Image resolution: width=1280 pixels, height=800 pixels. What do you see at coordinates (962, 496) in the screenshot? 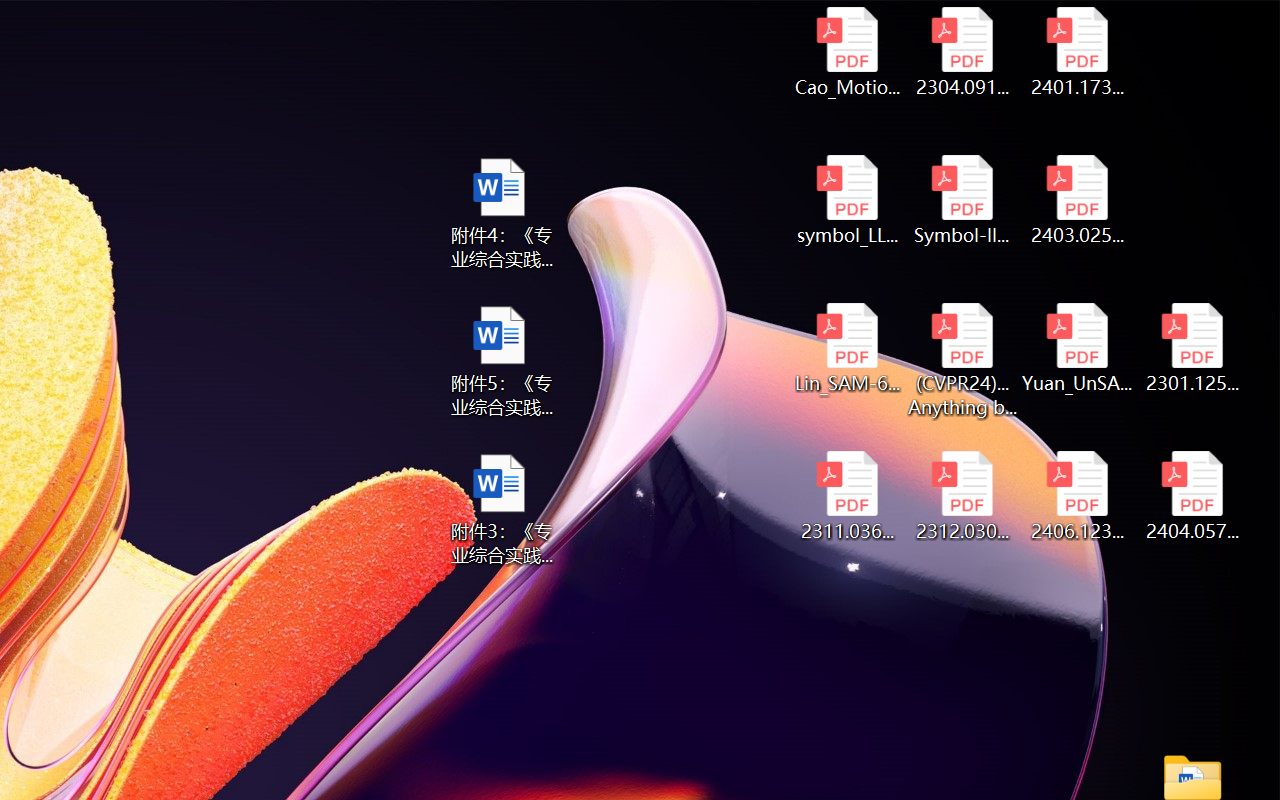
I see `'2312.03032v2.pdf'` at bounding box center [962, 496].